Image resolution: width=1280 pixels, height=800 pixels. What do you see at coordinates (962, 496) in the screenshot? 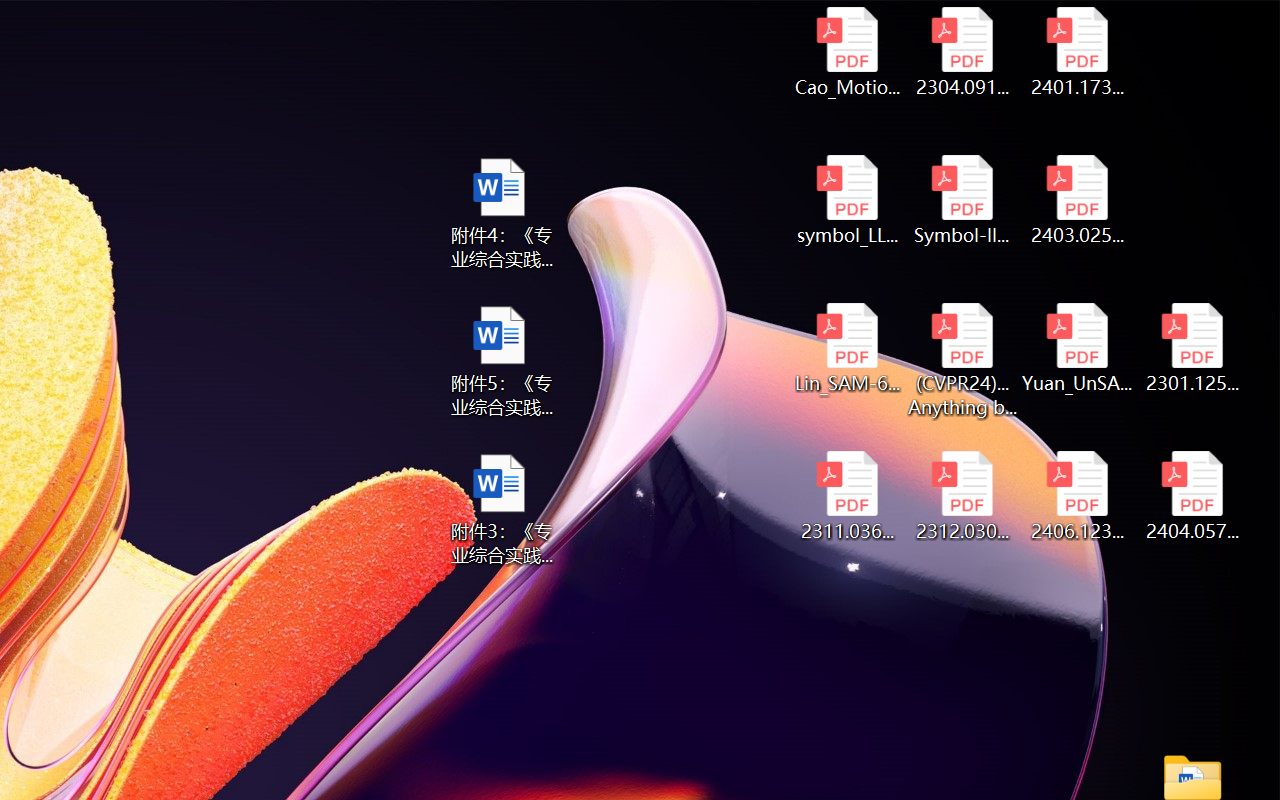
I see `'2312.03032v2.pdf'` at bounding box center [962, 496].